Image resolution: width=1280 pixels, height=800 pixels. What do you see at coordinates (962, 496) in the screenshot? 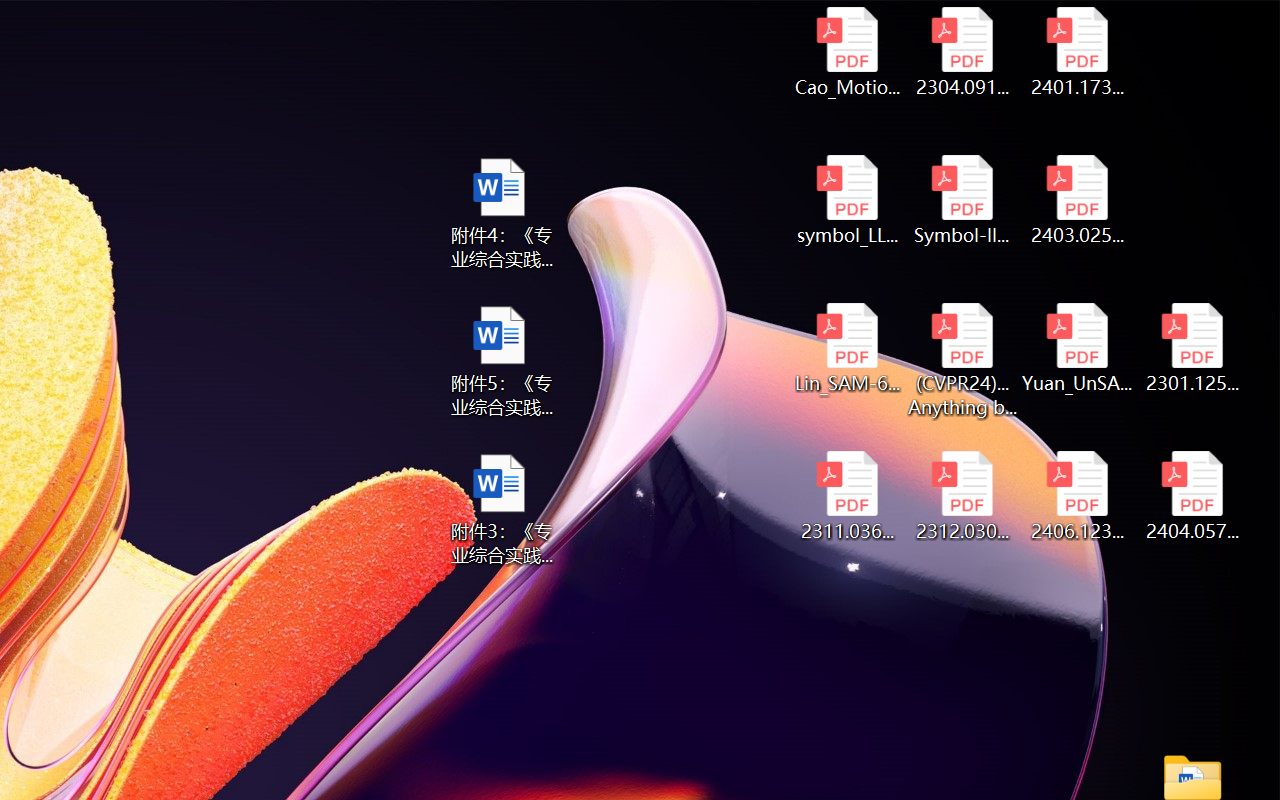
I see `'2312.03032v2.pdf'` at bounding box center [962, 496].